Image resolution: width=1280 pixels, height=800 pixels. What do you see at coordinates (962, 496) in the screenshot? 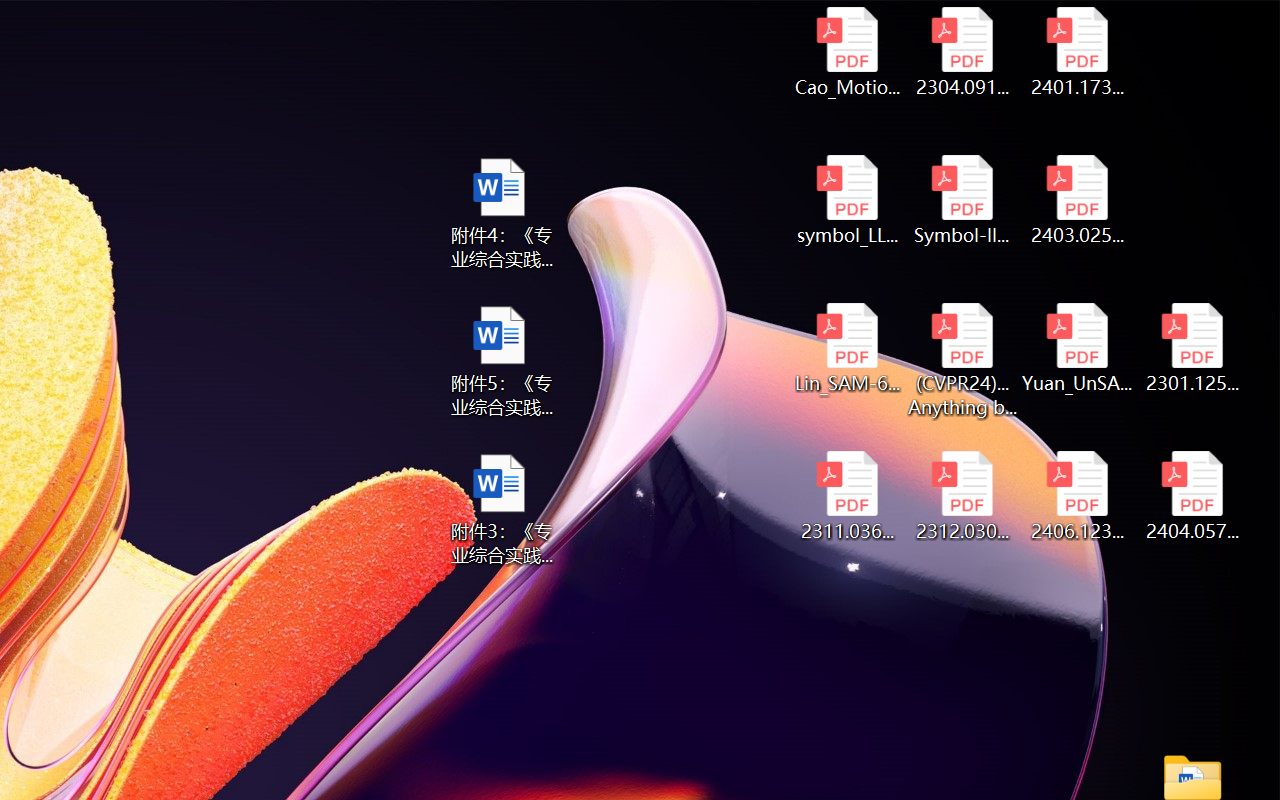
I see `'2312.03032v2.pdf'` at bounding box center [962, 496].